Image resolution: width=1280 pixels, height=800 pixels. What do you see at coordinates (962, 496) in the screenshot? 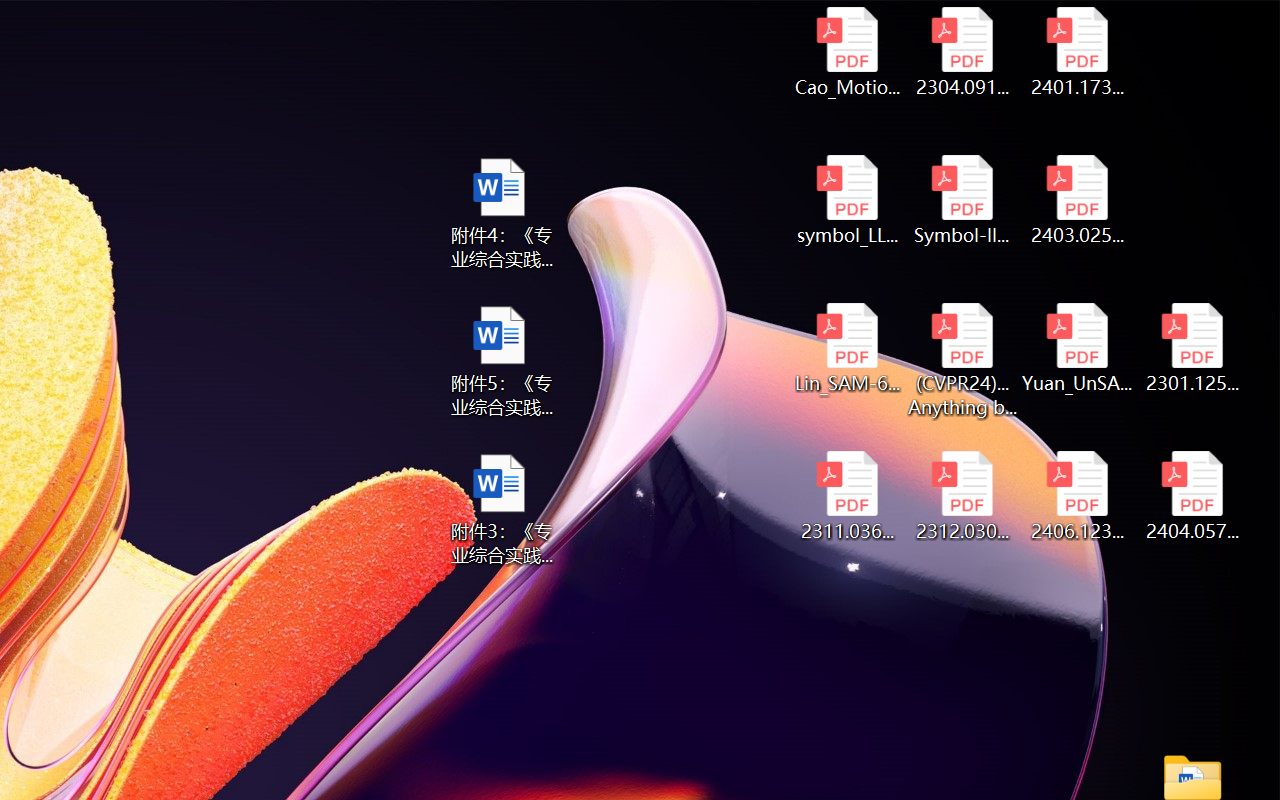
I see `'2312.03032v2.pdf'` at bounding box center [962, 496].